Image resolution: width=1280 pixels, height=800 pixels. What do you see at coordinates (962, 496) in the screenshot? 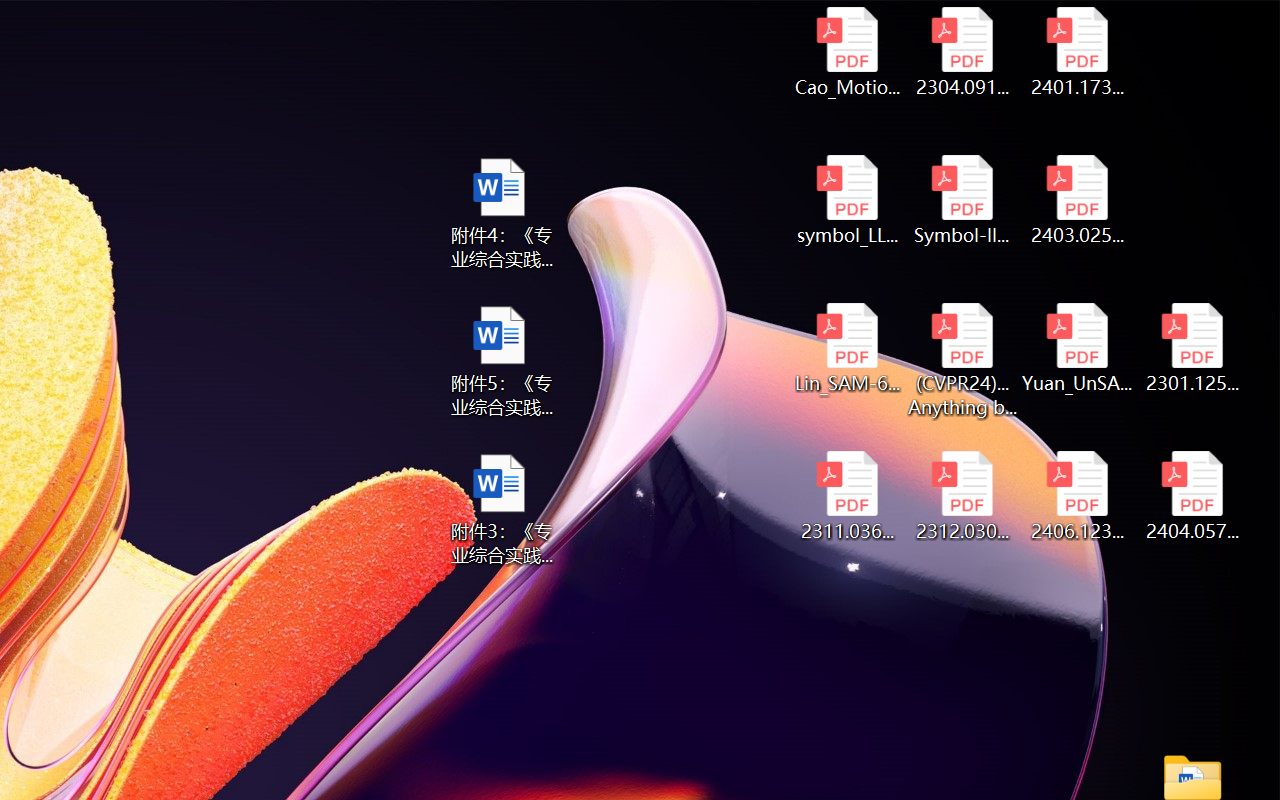
I see `'2312.03032v2.pdf'` at bounding box center [962, 496].